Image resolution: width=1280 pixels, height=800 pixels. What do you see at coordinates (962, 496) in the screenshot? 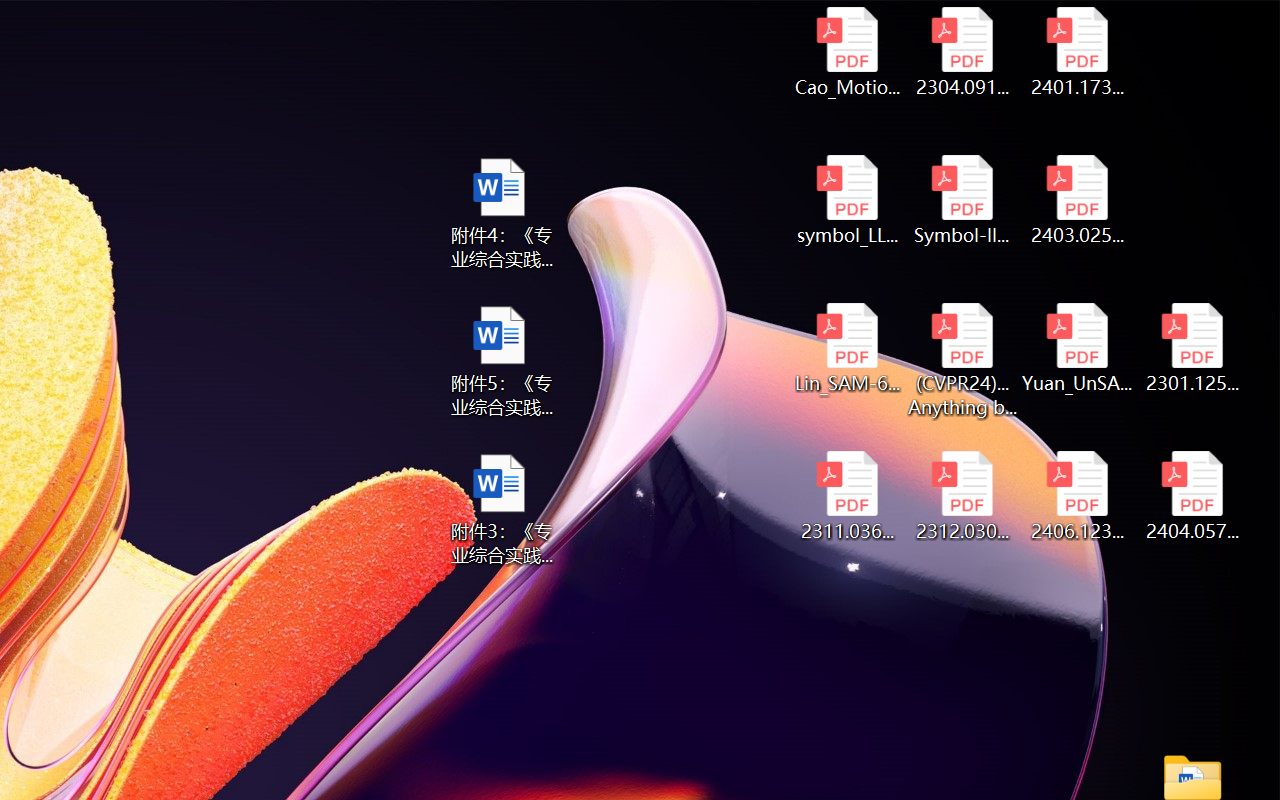
I see `'2312.03032v2.pdf'` at bounding box center [962, 496].